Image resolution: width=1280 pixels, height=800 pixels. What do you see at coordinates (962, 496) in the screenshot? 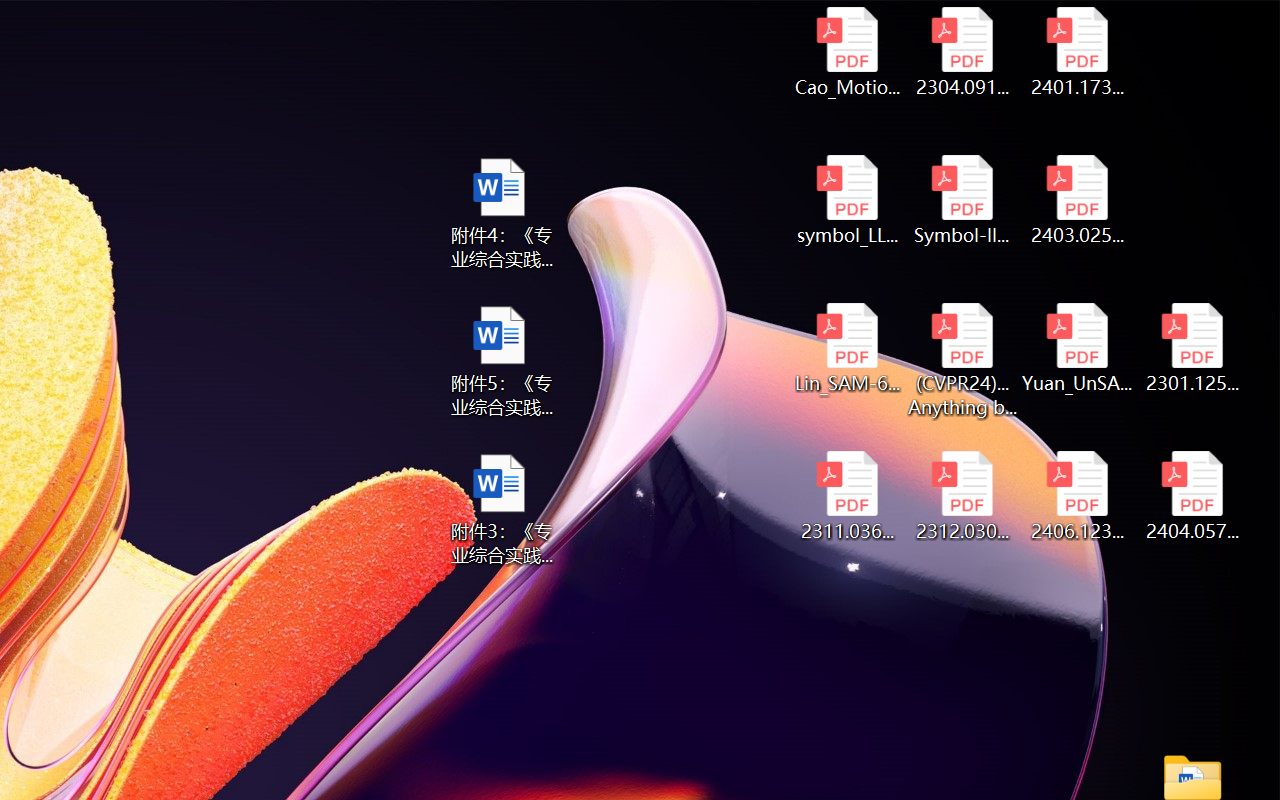
I see `'2312.03032v2.pdf'` at bounding box center [962, 496].